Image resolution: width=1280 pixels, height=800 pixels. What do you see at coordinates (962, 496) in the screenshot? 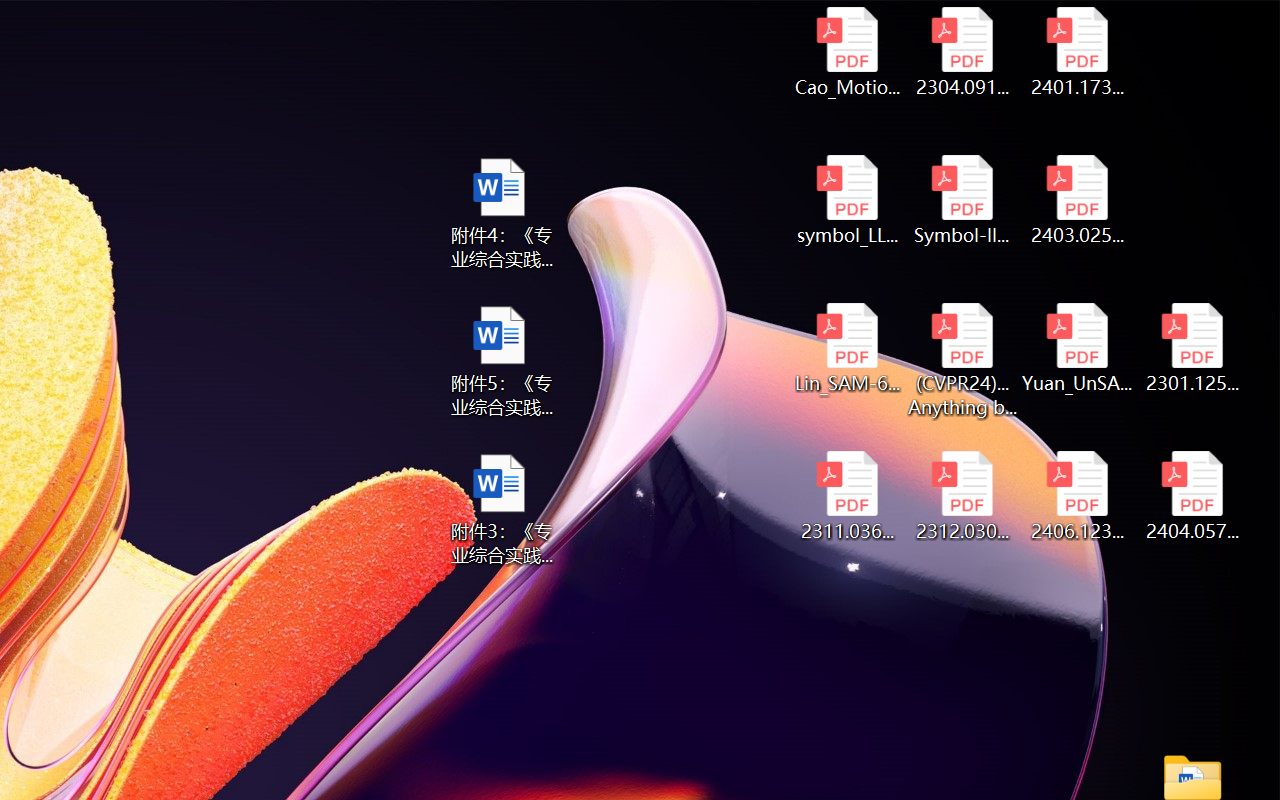
I see `'2312.03032v2.pdf'` at bounding box center [962, 496].